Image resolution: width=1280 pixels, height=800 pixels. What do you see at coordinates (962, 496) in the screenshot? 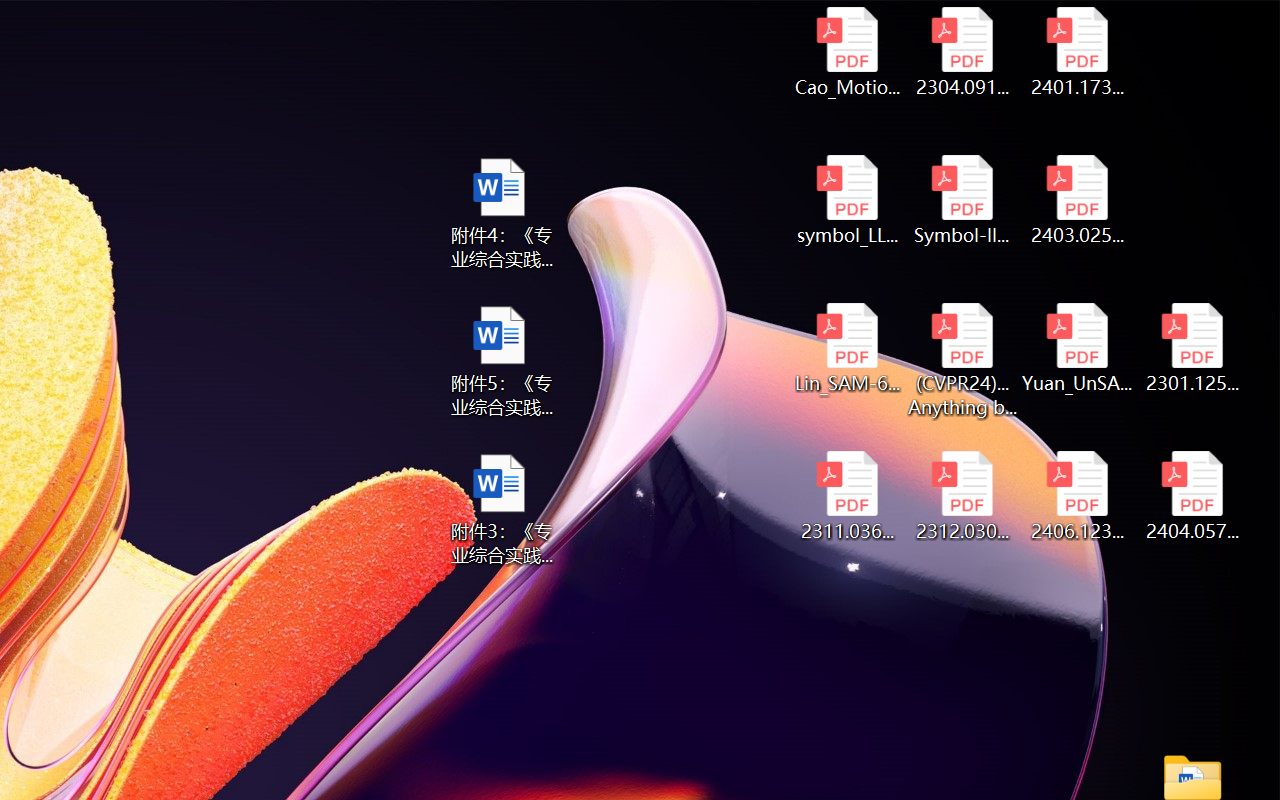
I see `'2312.03032v2.pdf'` at bounding box center [962, 496].